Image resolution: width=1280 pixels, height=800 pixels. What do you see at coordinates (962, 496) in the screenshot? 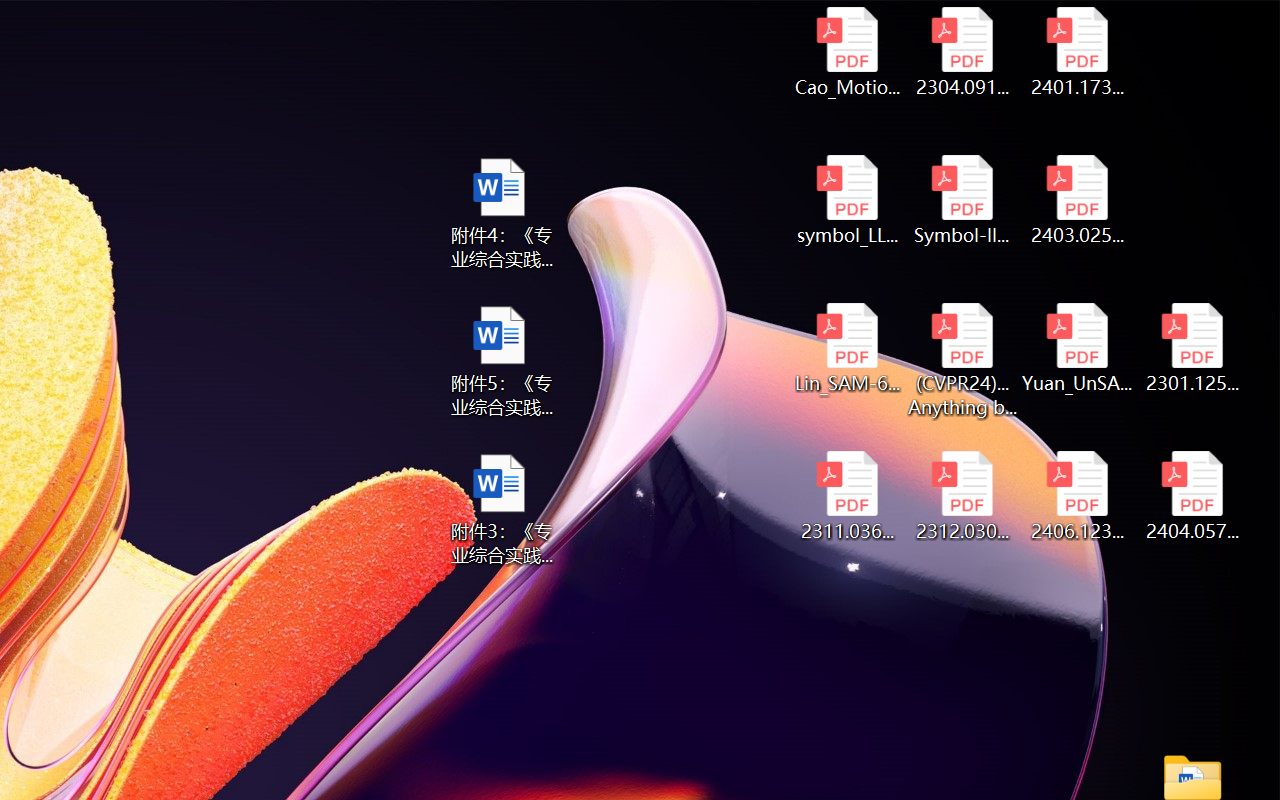
I see `'2312.03032v2.pdf'` at bounding box center [962, 496].